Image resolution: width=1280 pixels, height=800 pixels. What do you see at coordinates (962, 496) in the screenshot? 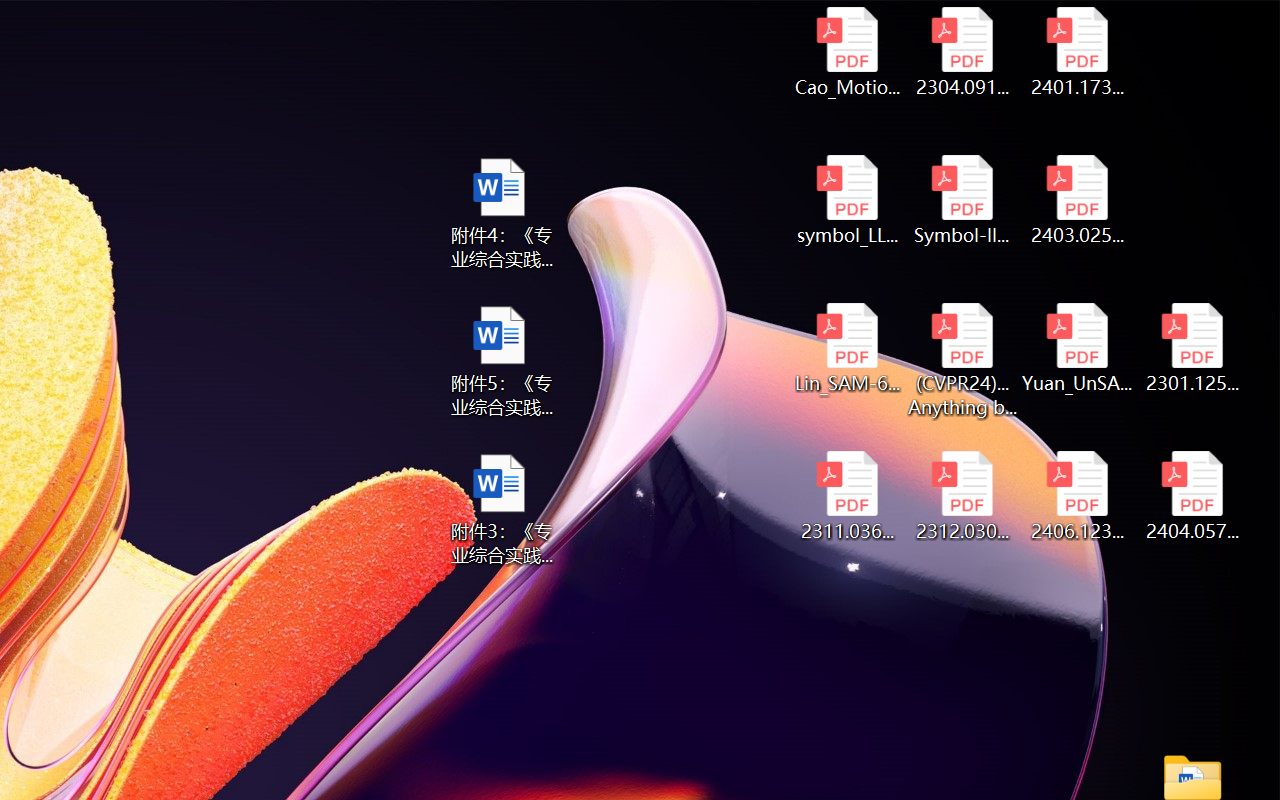
I see `'2312.03032v2.pdf'` at bounding box center [962, 496].